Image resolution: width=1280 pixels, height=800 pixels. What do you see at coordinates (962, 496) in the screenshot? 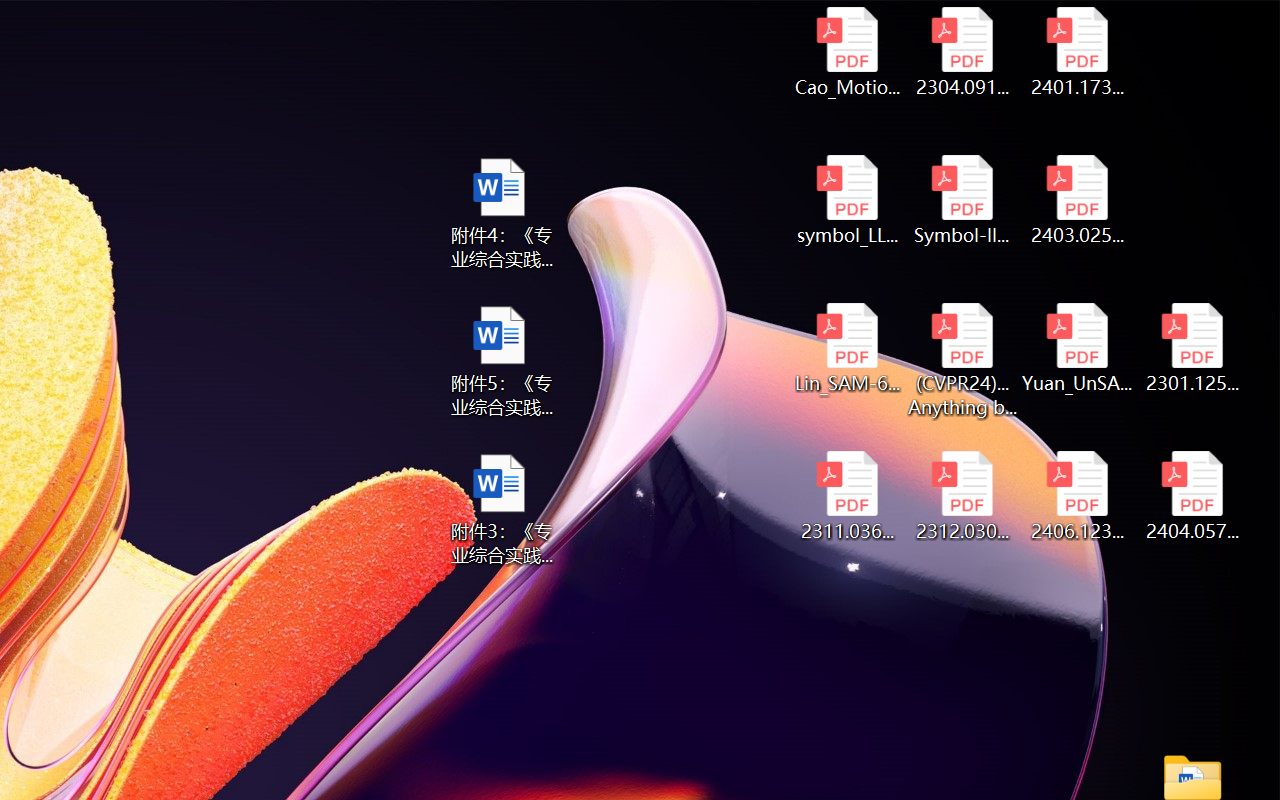
I see `'2312.03032v2.pdf'` at bounding box center [962, 496].